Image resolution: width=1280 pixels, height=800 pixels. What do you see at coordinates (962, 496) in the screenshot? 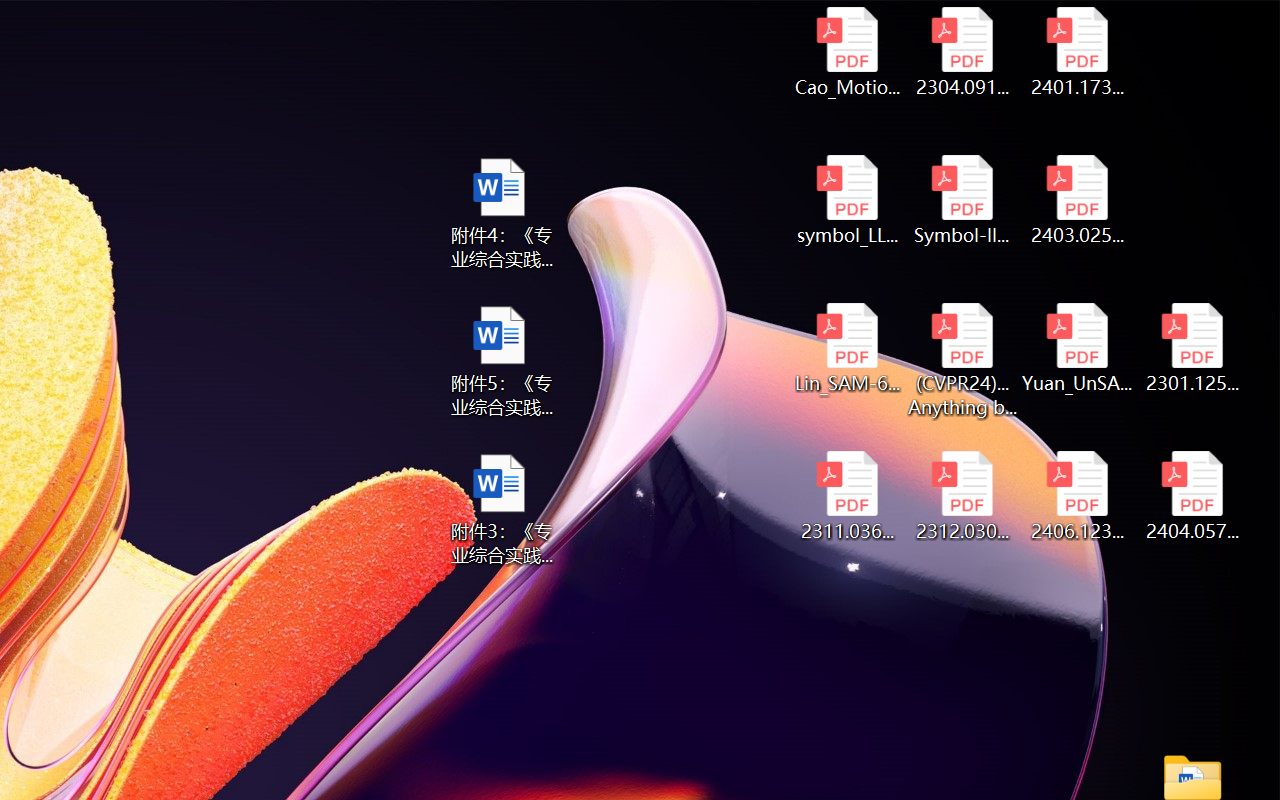
I see `'2312.03032v2.pdf'` at bounding box center [962, 496].